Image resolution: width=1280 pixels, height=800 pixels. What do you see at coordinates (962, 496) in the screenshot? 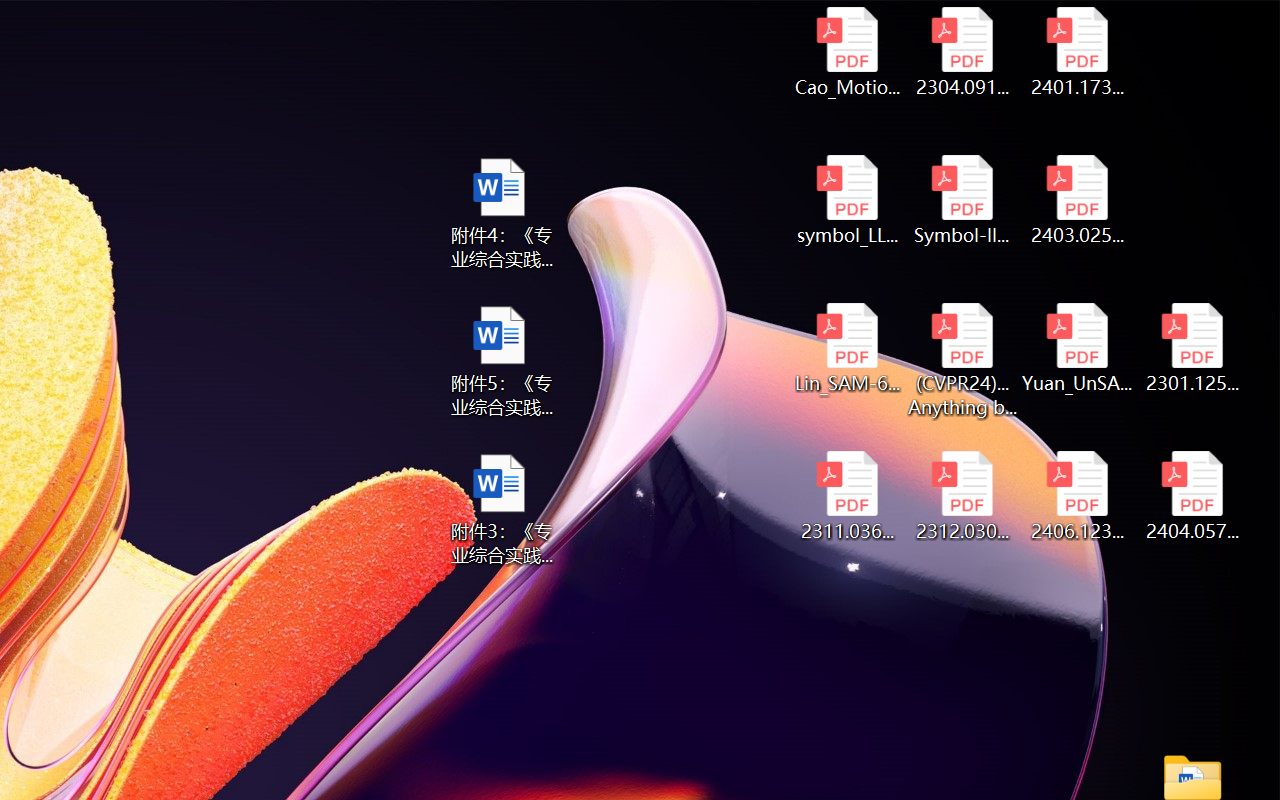
I see `'2312.03032v2.pdf'` at bounding box center [962, 496].